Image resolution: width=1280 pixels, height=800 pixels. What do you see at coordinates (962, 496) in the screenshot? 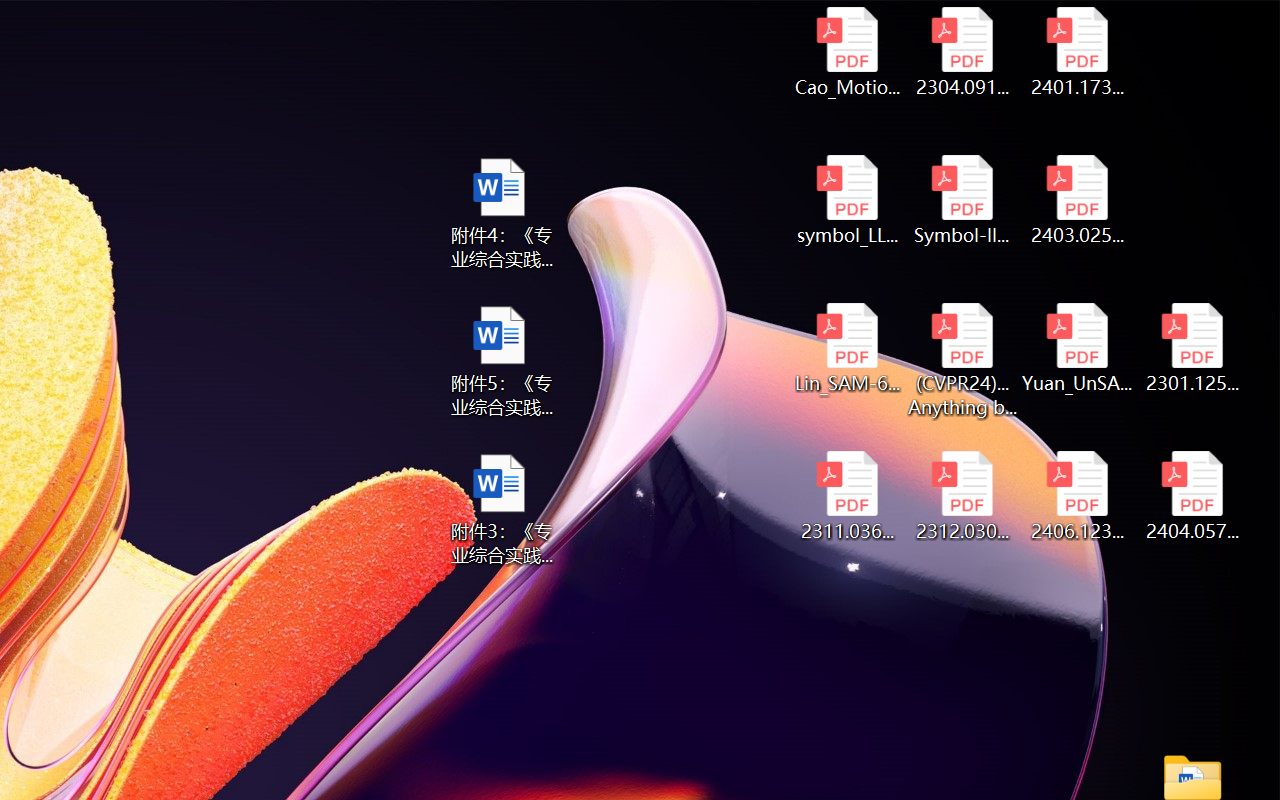
I see `'2312.03032v2.pdf'` at bounding box center [962, 496].